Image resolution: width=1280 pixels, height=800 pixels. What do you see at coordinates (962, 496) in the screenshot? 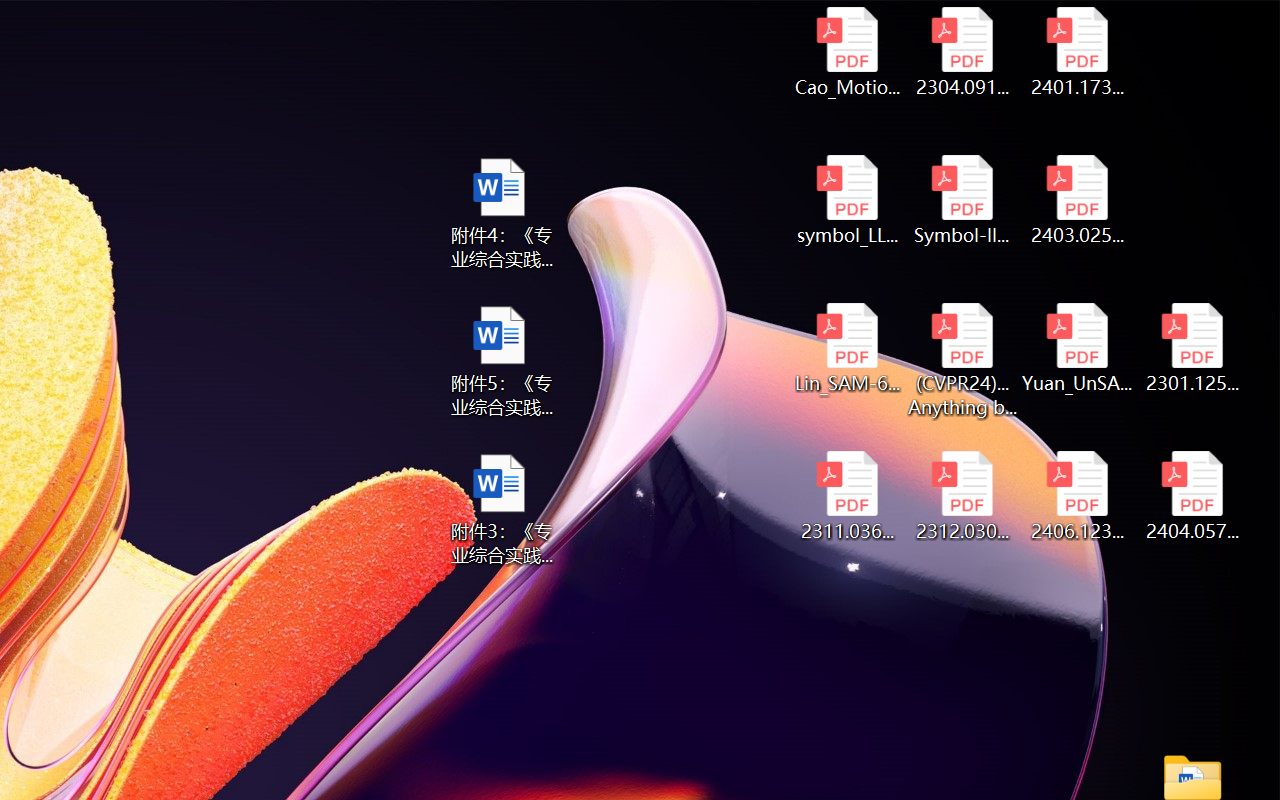
I see `'2312.03032v2.pdf'` at bounding box center [962, 496].